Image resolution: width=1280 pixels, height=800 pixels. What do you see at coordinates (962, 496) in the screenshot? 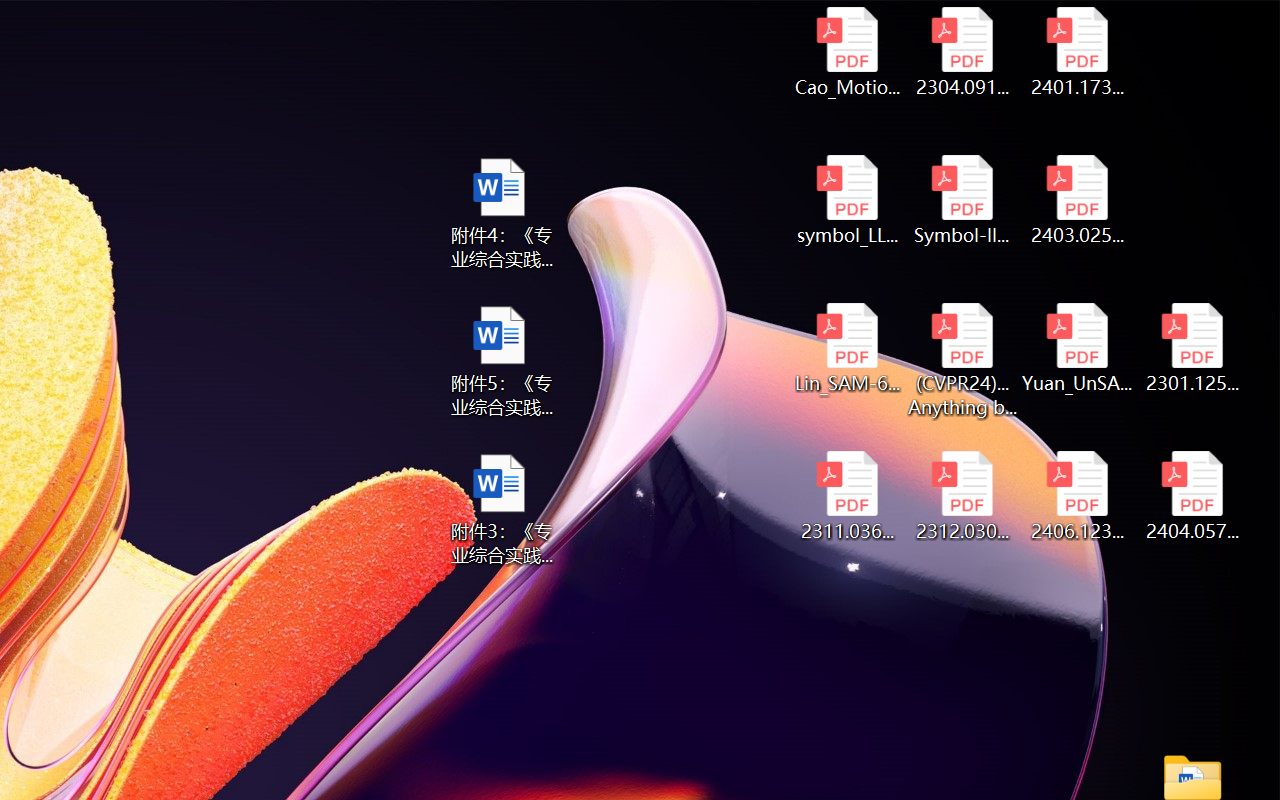
I see `'2312.03032v2.pdf'` at bounding box center [962, 496].